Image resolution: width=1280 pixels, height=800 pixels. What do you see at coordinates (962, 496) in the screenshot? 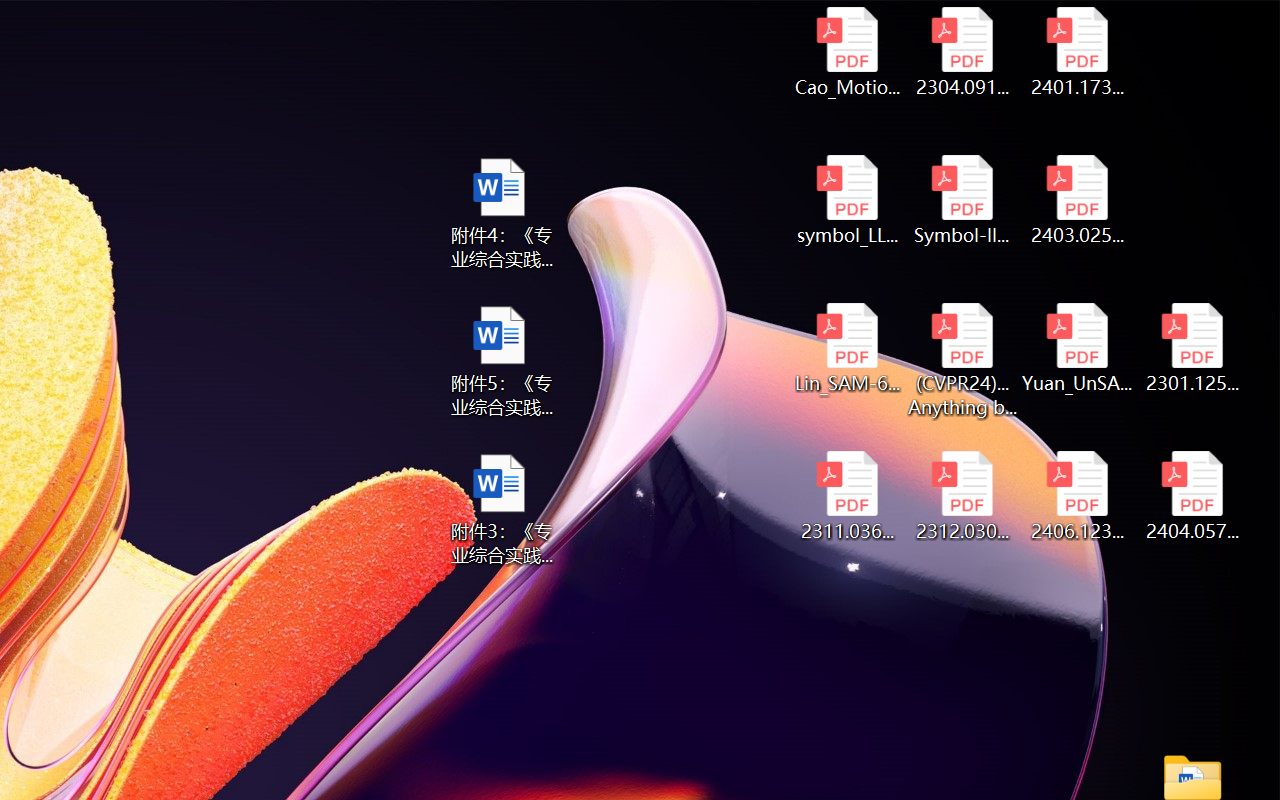
I see `'2312.03032v2.pdf'` at bounding box center [962, 496].